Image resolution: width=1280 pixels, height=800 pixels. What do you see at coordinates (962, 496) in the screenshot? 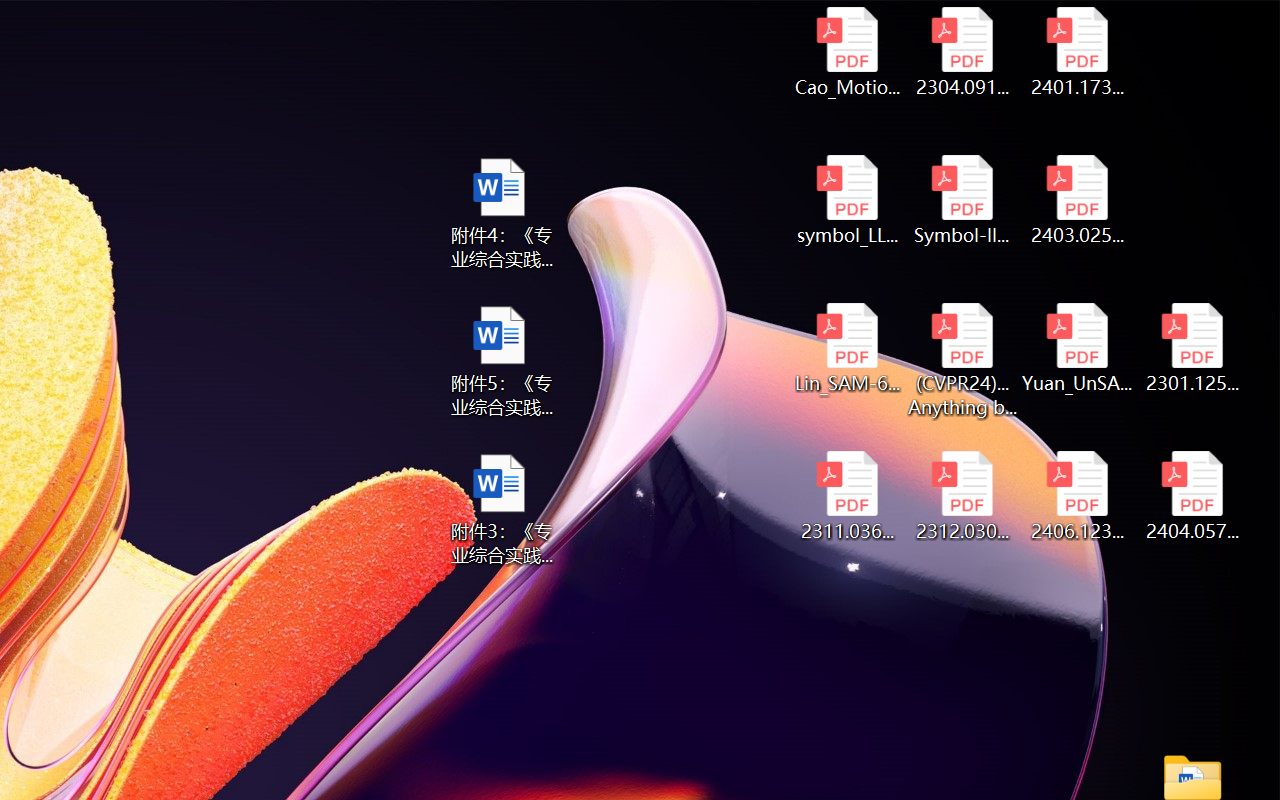
I see `'2312.03032v2.pdf'` at bounding box center [962, 496].